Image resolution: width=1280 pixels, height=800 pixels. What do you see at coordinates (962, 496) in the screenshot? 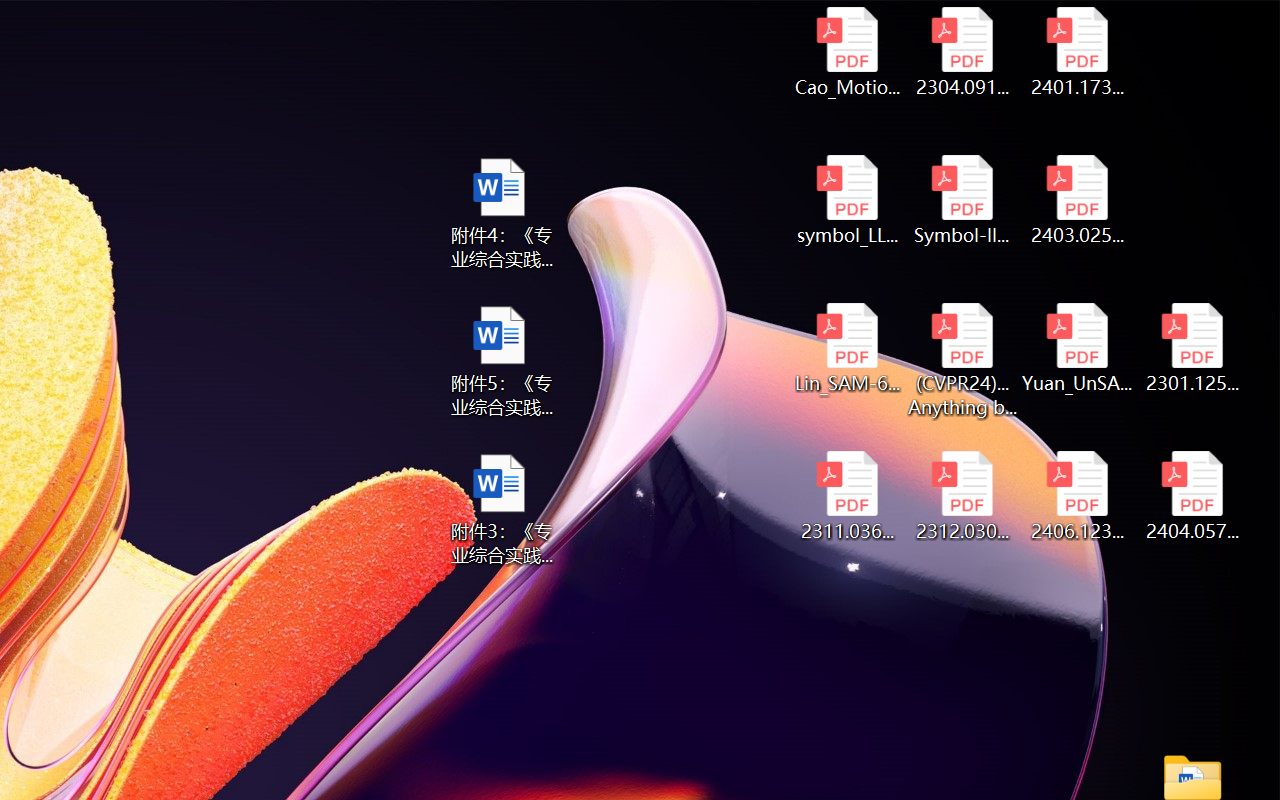
I see `'2312.03032v2.pdf'` at bounding box center [962, 496].